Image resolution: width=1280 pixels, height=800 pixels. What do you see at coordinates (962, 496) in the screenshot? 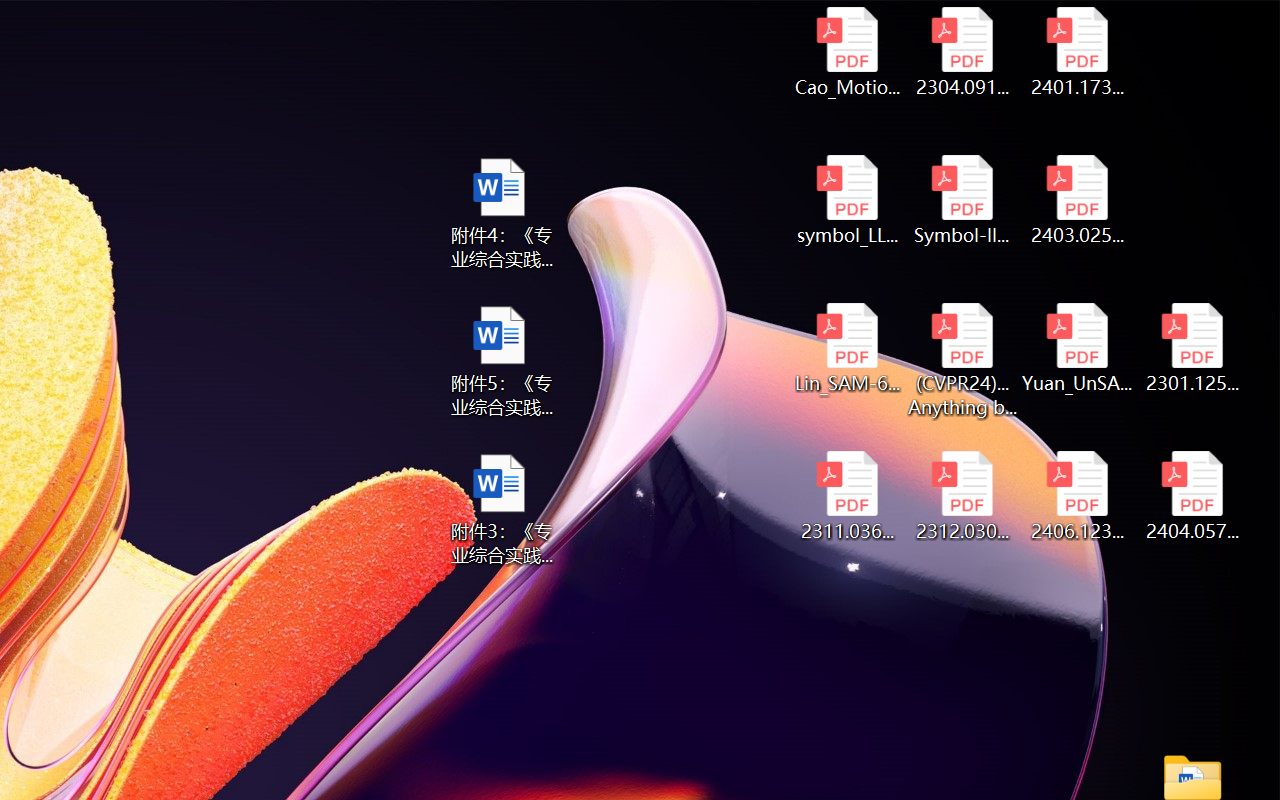
I see `'2312.03032v2.pdf'` at bounding box center [962, 496].